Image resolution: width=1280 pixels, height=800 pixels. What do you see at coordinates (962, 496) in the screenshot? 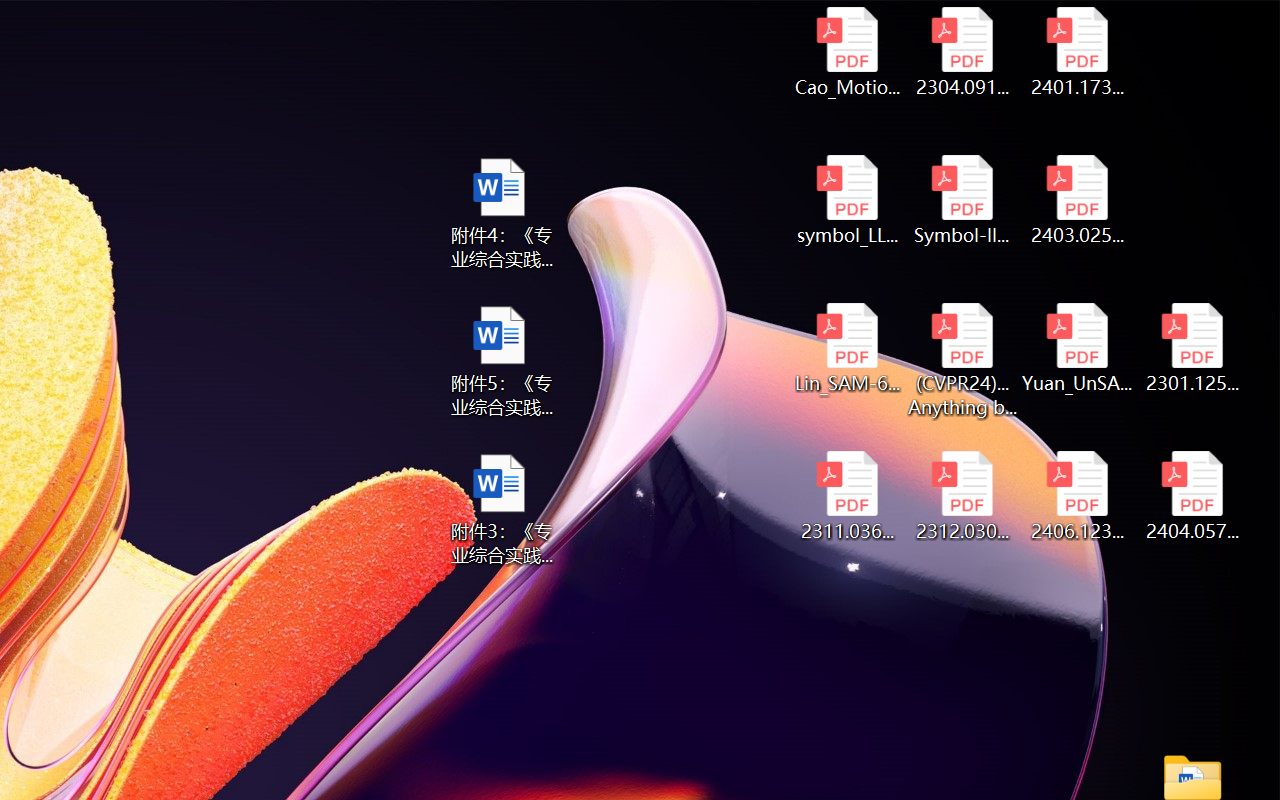
I see `'2312.03032v2.pdf'` at bounding box center [962, 496].